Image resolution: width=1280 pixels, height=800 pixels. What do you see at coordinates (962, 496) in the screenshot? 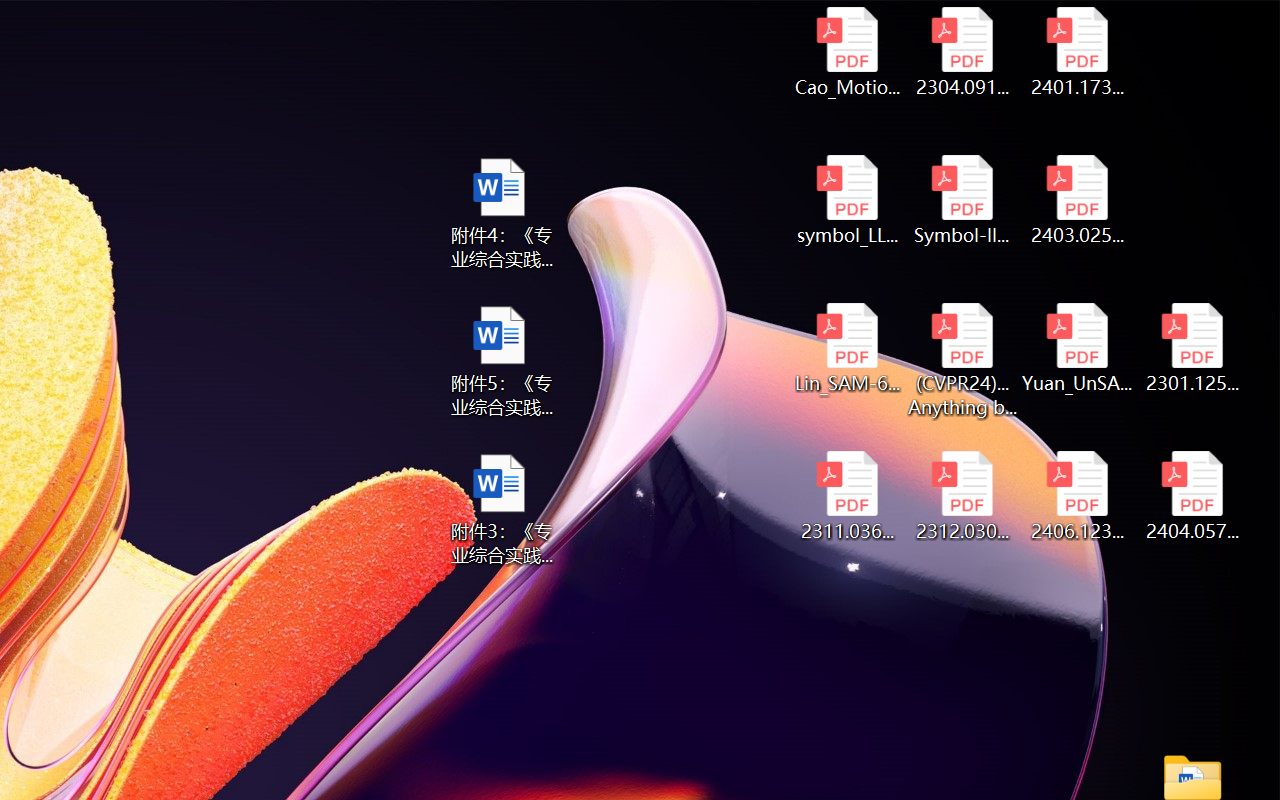
I see `'2312.03032v2.pdf'` at bounding box center [962, 496].